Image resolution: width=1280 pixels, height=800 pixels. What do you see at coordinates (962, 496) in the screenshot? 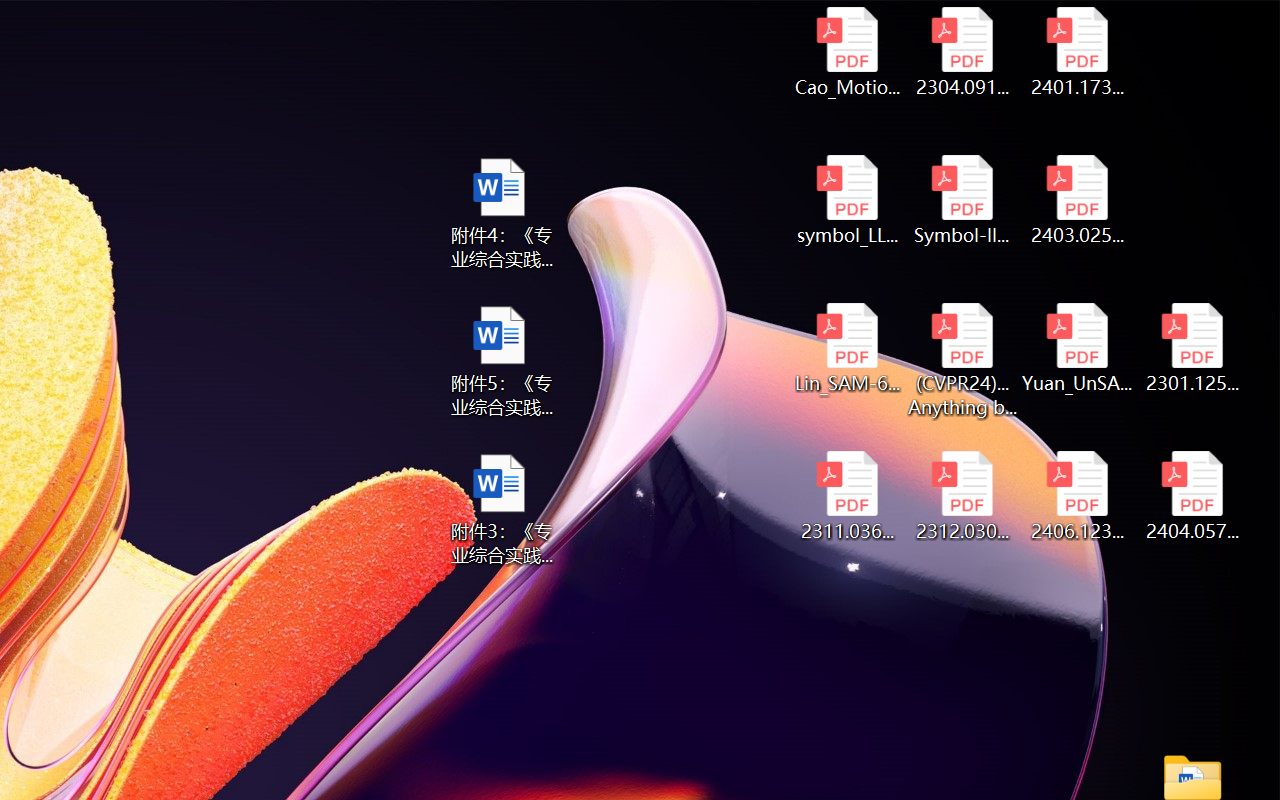
I see `'2312.03032v2.pdf'` at bounding box center [962, 496].